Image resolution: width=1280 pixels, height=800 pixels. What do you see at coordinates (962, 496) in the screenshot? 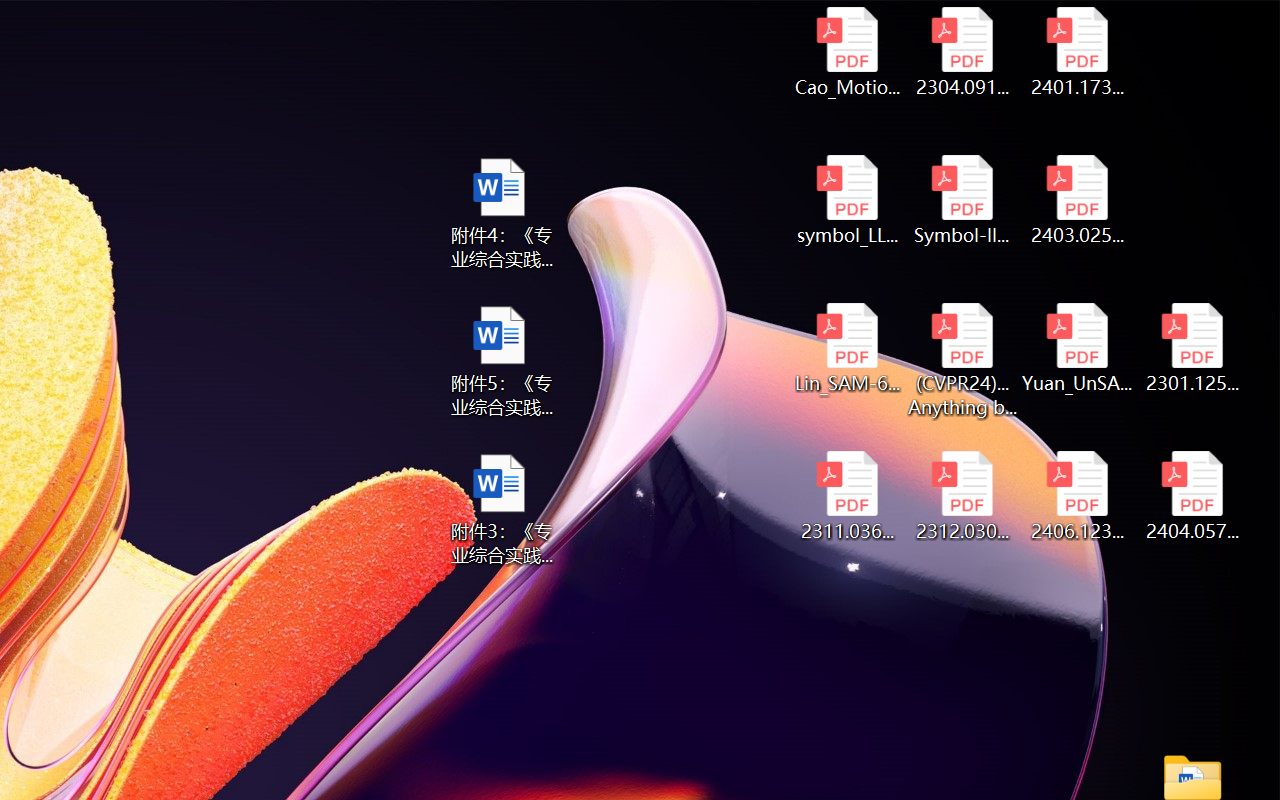
I see `'2312.03032v2.pdf'` at bounding box center [962, 496].